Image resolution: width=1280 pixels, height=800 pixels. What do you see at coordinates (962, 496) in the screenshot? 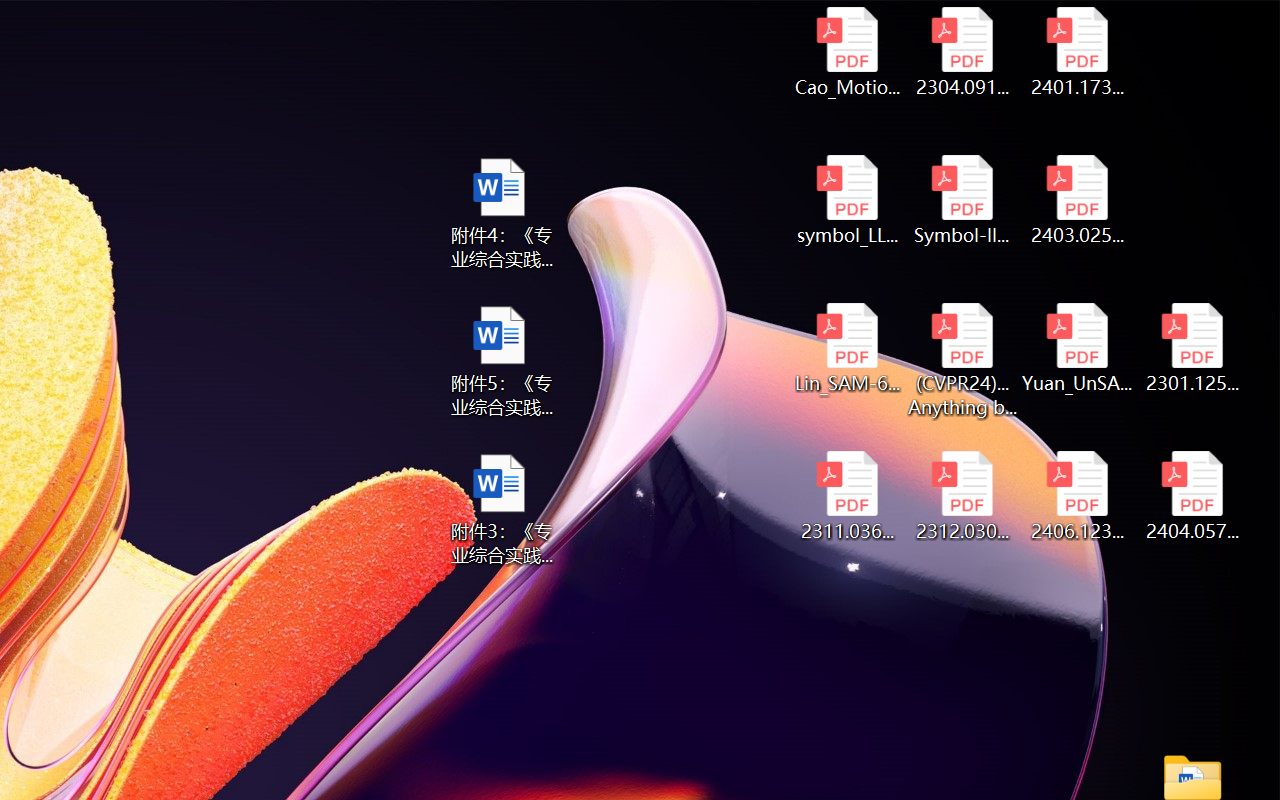
I see `'2312.03032v2.pdf'` at bounding box center [962, 496].